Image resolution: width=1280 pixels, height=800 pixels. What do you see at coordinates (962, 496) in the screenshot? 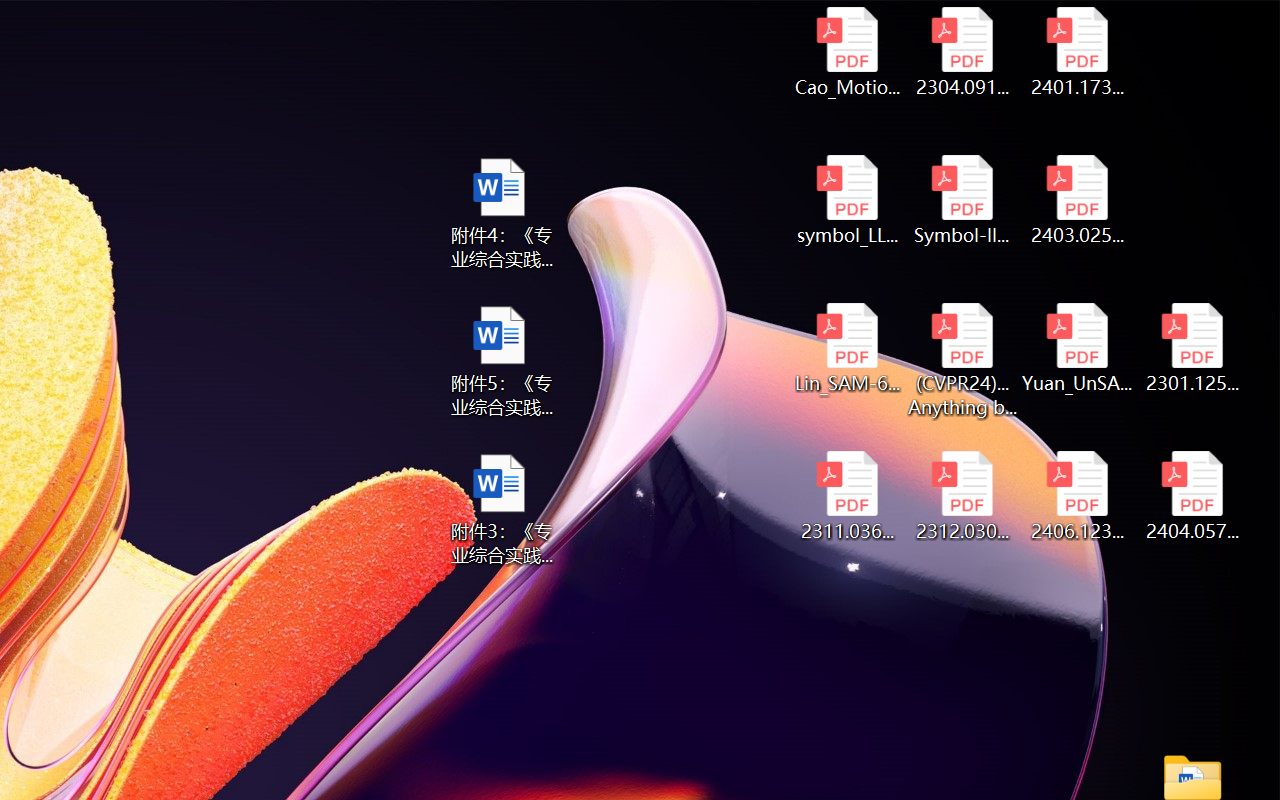
I see `'2312.03032v2.pdf'` at bounding box center [962, 496].